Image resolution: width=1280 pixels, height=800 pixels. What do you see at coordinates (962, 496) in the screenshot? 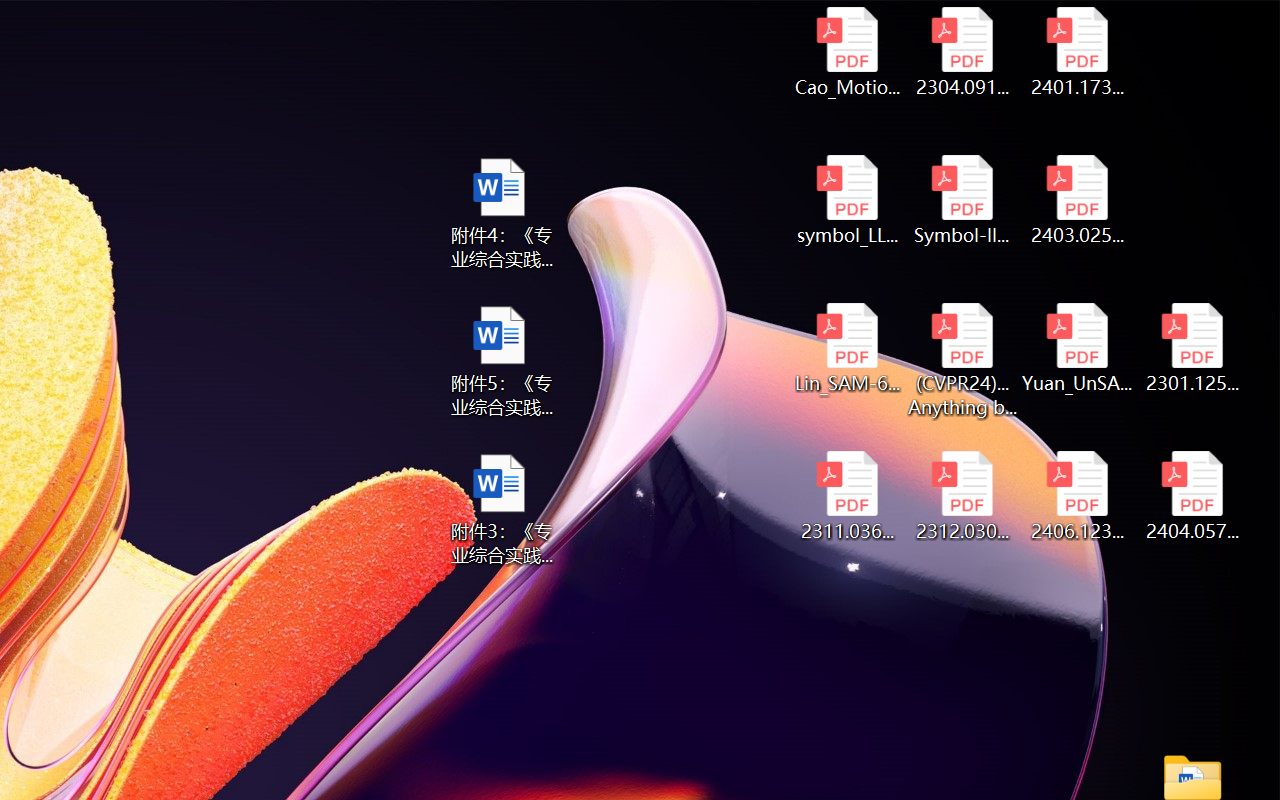
I see `'2312.03032v2.pdf'` at bounding box center [962, 496].